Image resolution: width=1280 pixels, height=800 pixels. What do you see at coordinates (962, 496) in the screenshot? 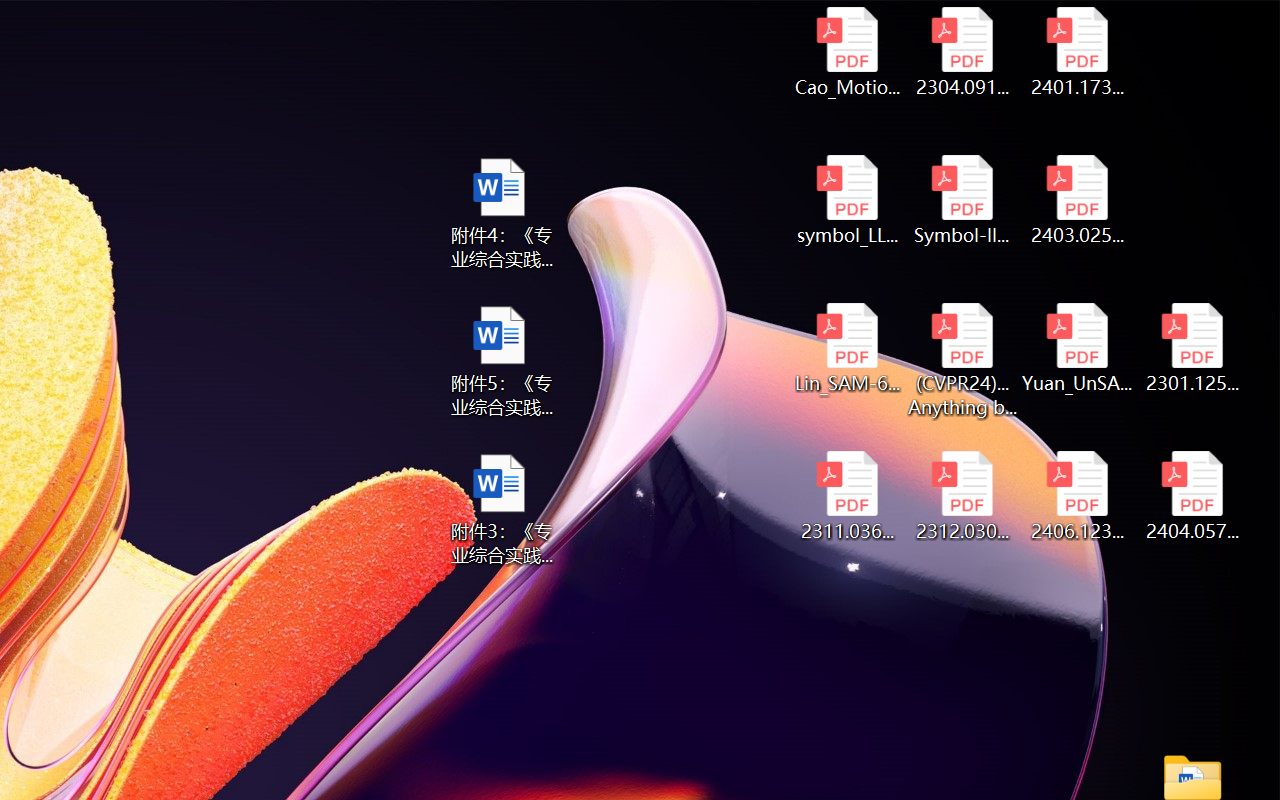
I see `'2312.03032v2.pdf'` at bounding box center [962, 496].